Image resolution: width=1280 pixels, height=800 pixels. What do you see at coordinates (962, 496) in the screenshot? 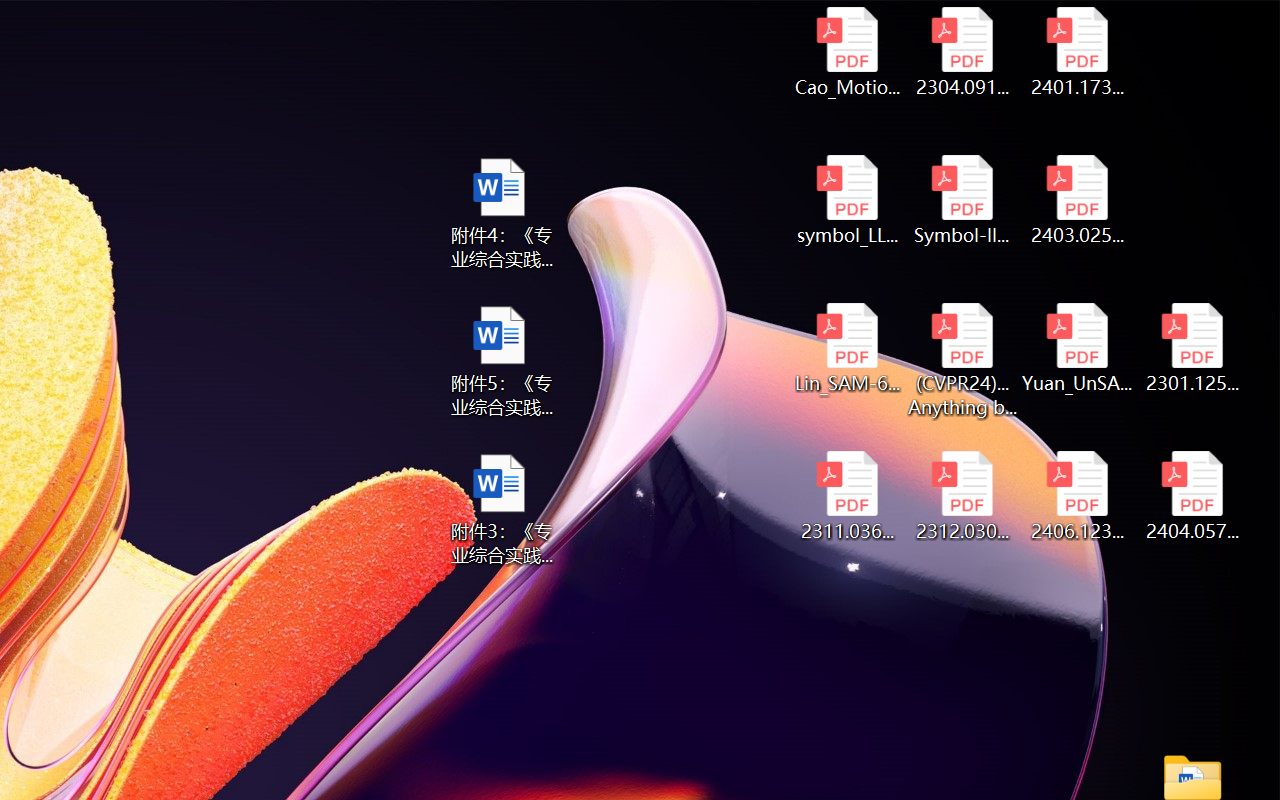
I see `'2312.03032v2.pdf'` at bounding box center [962, 496].